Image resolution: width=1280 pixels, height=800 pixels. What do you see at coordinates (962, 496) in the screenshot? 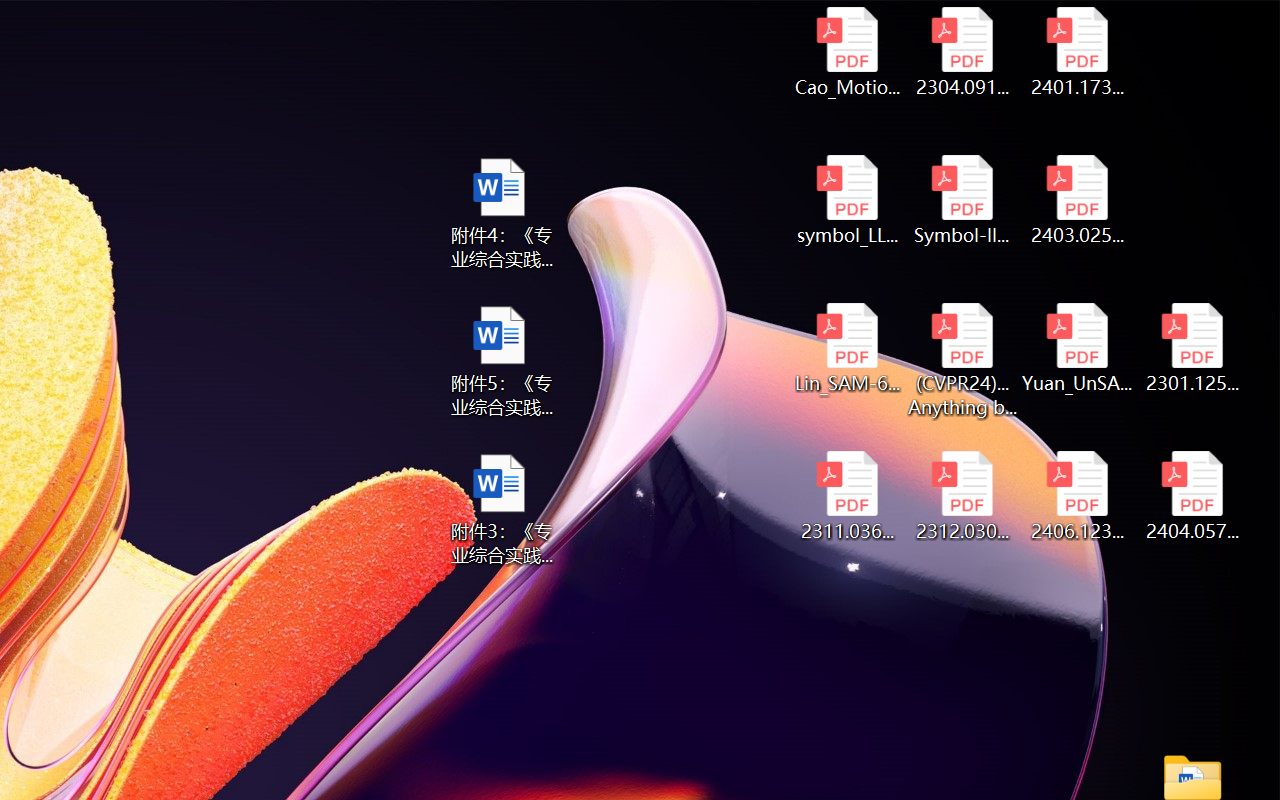
I see `'2312.03032v2.pdf'` at bounding box center [962, 496].